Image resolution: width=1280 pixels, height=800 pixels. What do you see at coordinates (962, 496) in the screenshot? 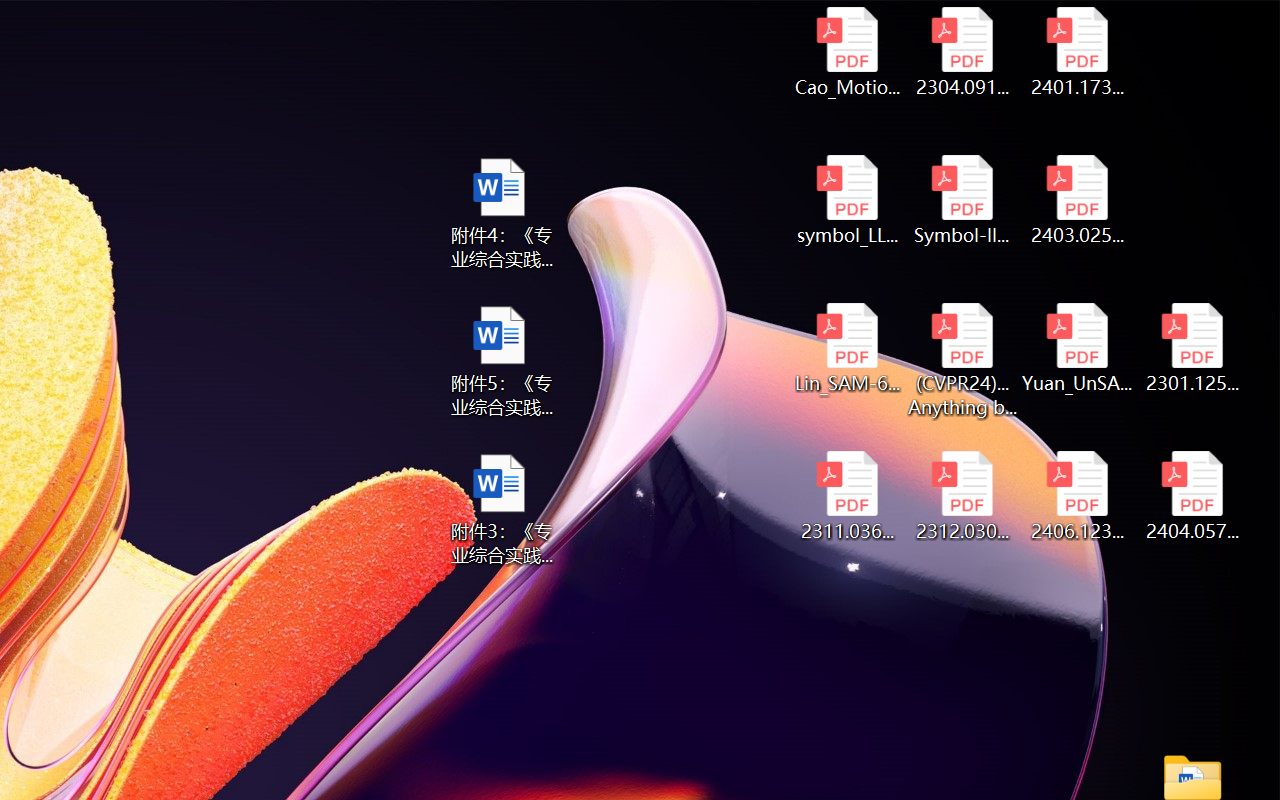
I see `'2312.03032v2.pdf'` at bounding box center [962, 496].